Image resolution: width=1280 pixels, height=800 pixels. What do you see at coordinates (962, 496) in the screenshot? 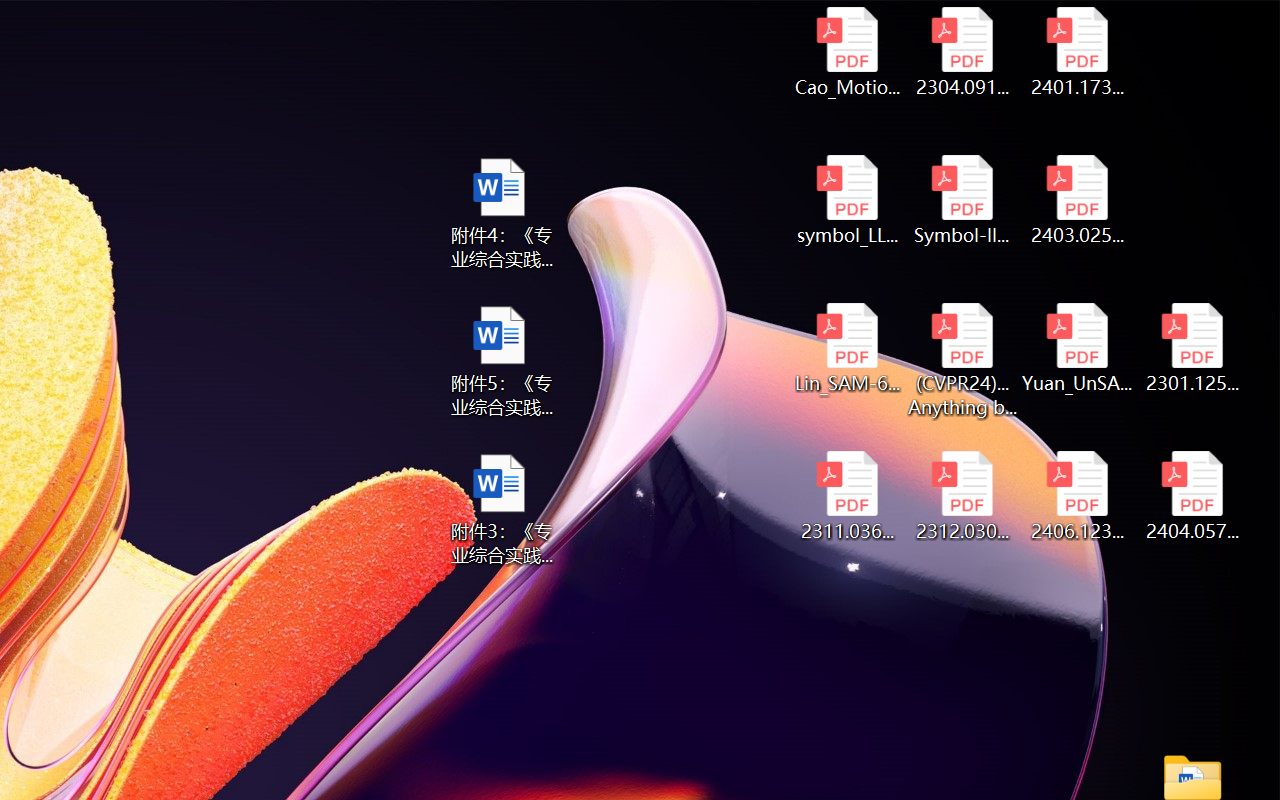
I see `'2312.03032v2.pdf'` at bounding box center [962, 496].